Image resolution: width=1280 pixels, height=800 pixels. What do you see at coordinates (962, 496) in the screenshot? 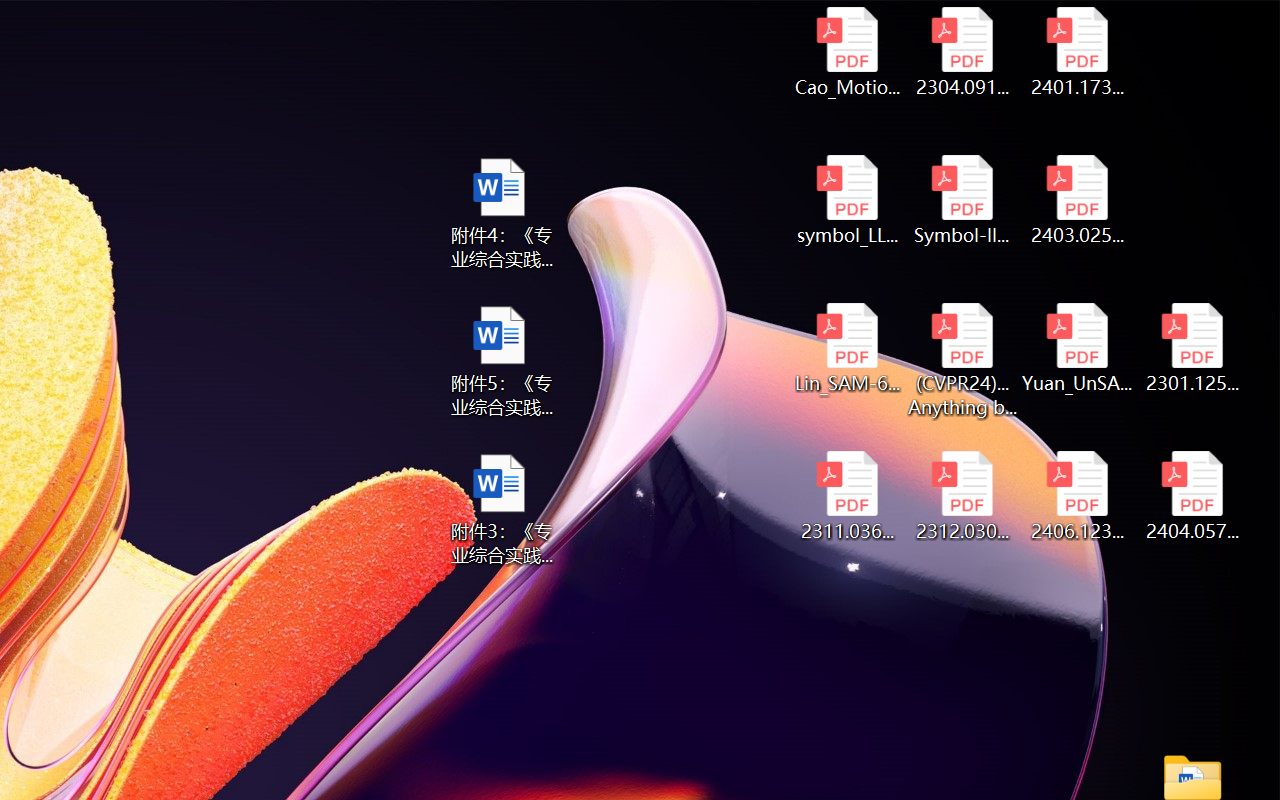
I see `'2312.03032v2.pdf'` at bounding box center [962, 496].